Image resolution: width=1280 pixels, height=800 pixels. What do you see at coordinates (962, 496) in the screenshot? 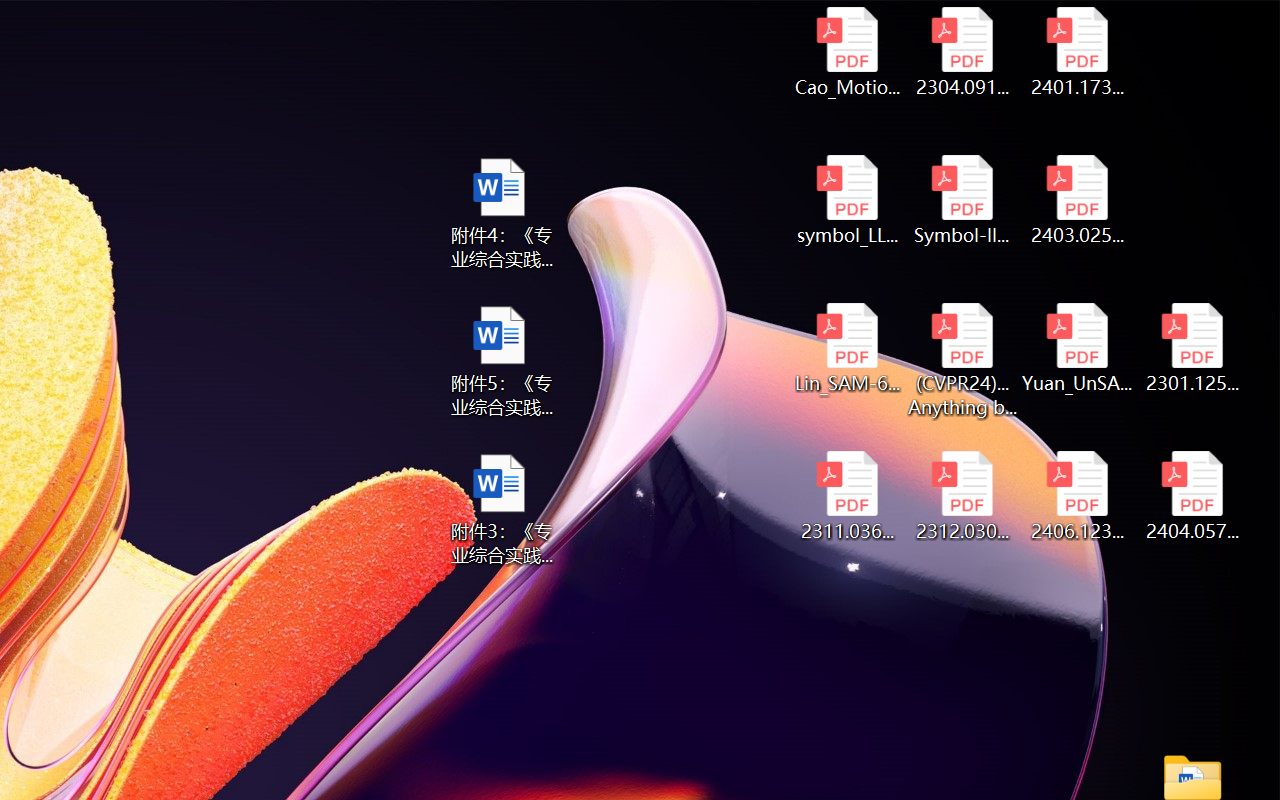
I see `'2312.03032v2.pdf'` at bounding box center [962, 496].